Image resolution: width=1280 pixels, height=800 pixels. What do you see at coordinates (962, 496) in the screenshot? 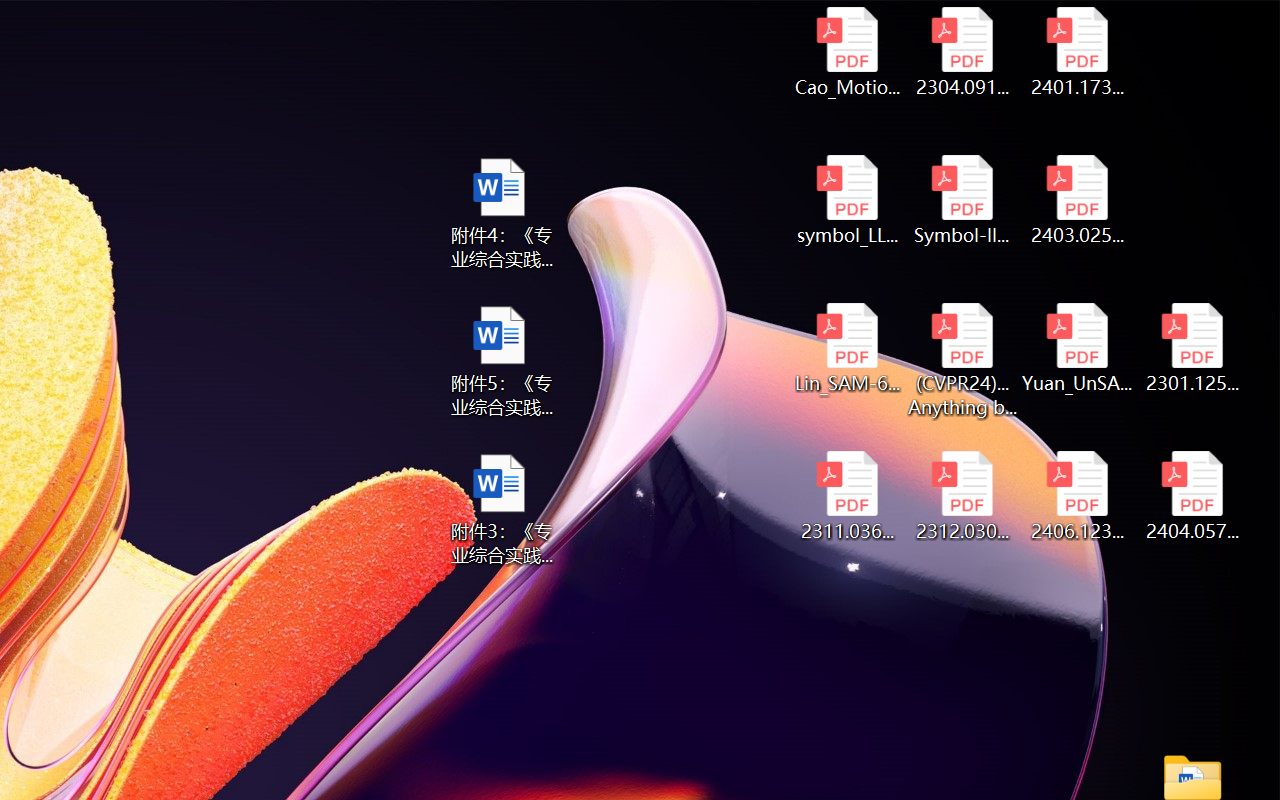
I see `'2312.03032v2.pdf'` at bounding box center [962, 496].